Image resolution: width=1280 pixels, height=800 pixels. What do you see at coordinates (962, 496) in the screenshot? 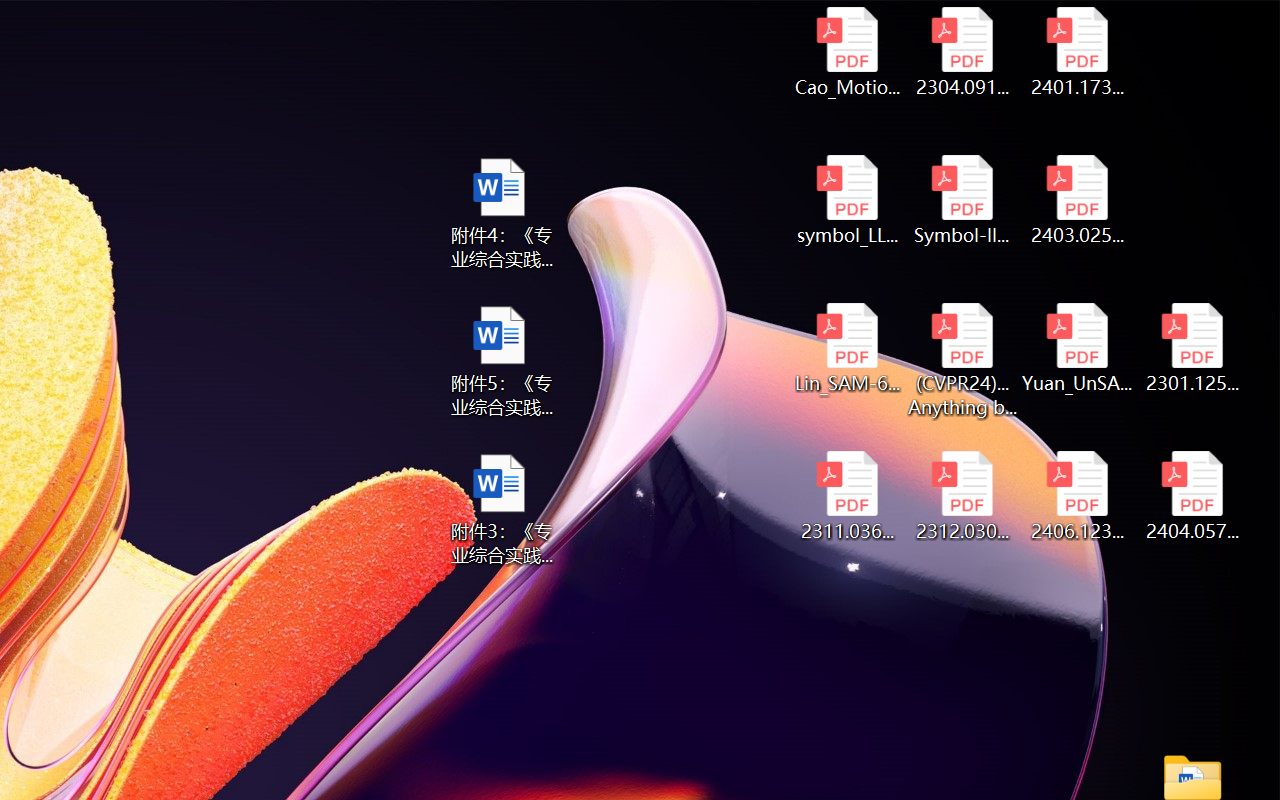
I see `'2312.03032v2.pdf'` at bounding box center [962, 496].